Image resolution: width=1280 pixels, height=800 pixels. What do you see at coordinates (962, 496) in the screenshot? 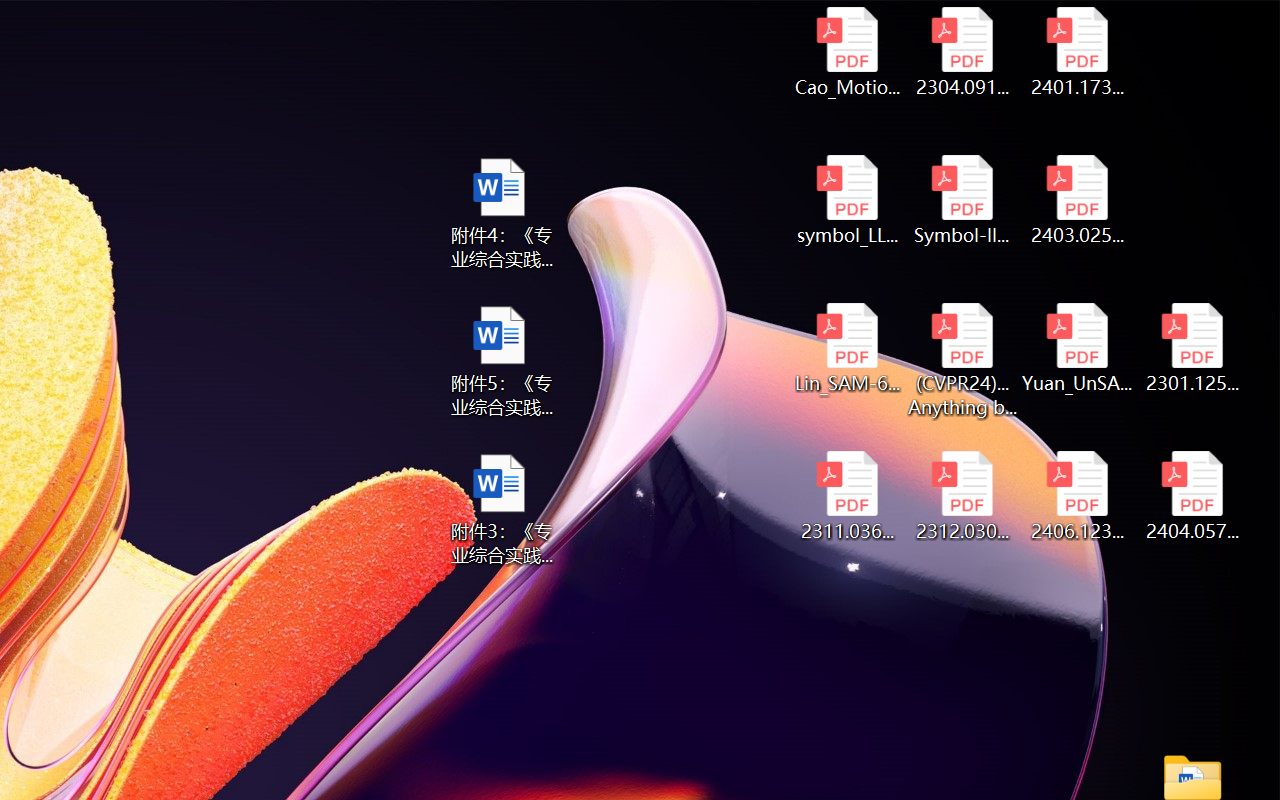
I see `'2312.03032v2.pdf'` at bounding box center [962, 496].